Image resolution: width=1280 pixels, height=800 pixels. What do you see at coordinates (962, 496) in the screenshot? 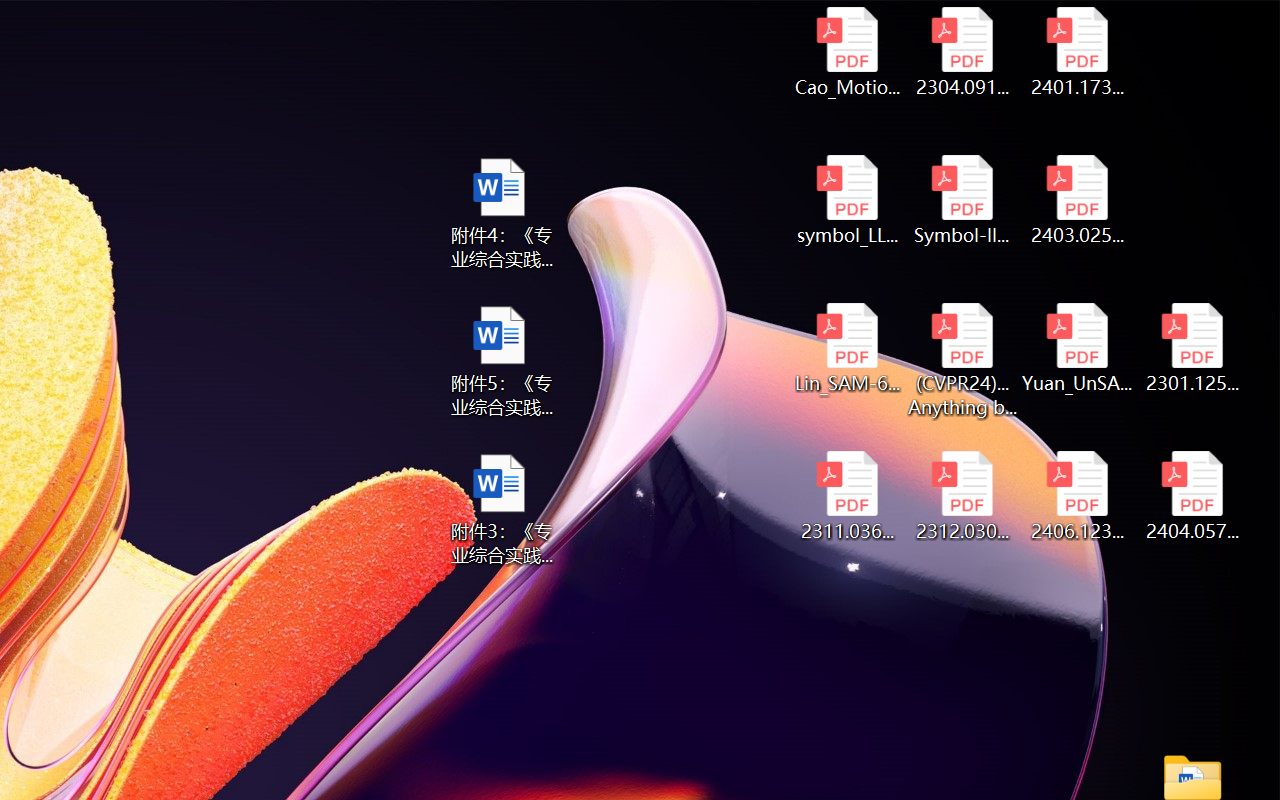
I see `'2312.03032v2.pdf'` at bounding box center [962, 496].